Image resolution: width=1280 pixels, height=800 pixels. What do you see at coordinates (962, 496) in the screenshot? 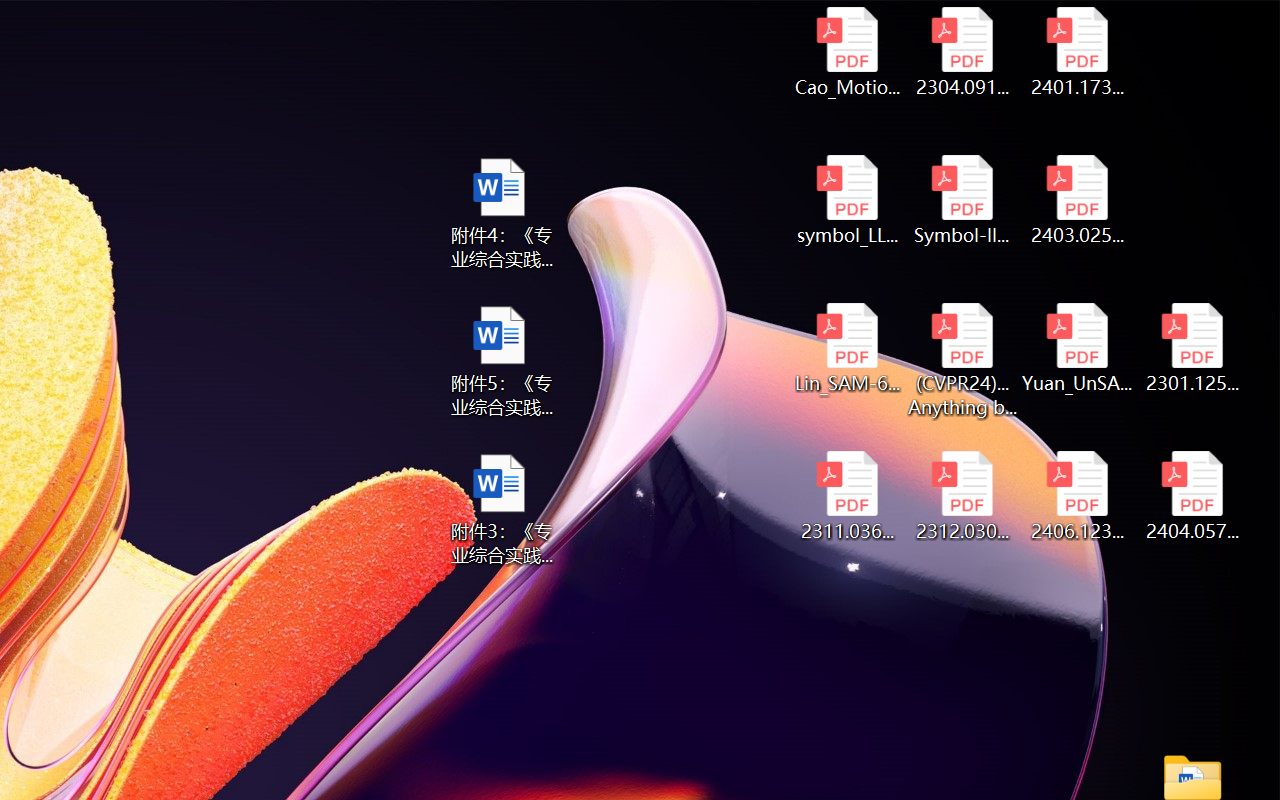
I see `'2312.03032v2.pdf'` at bounding box center [962, 496].